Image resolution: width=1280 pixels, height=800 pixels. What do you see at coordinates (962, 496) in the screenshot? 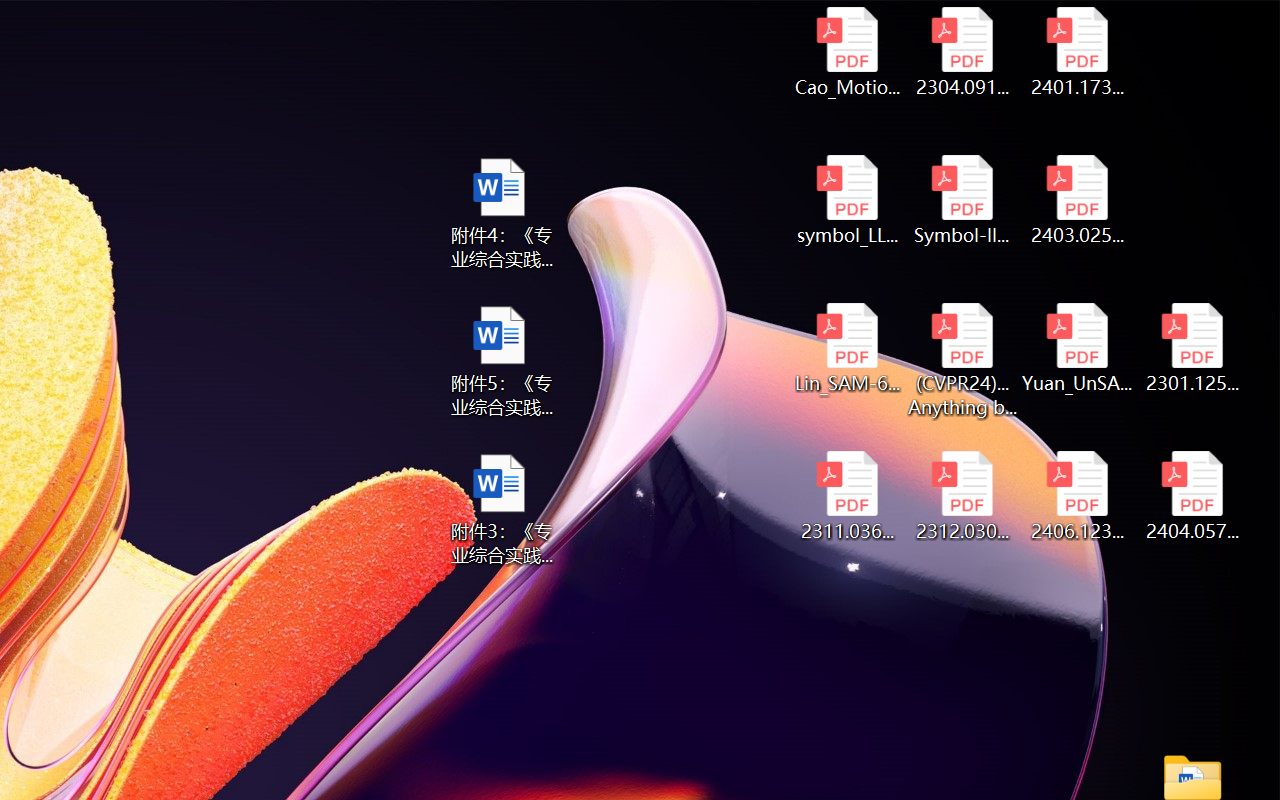
I see `'2312.03032v2.pdf'` at bounding box center [962, 496].